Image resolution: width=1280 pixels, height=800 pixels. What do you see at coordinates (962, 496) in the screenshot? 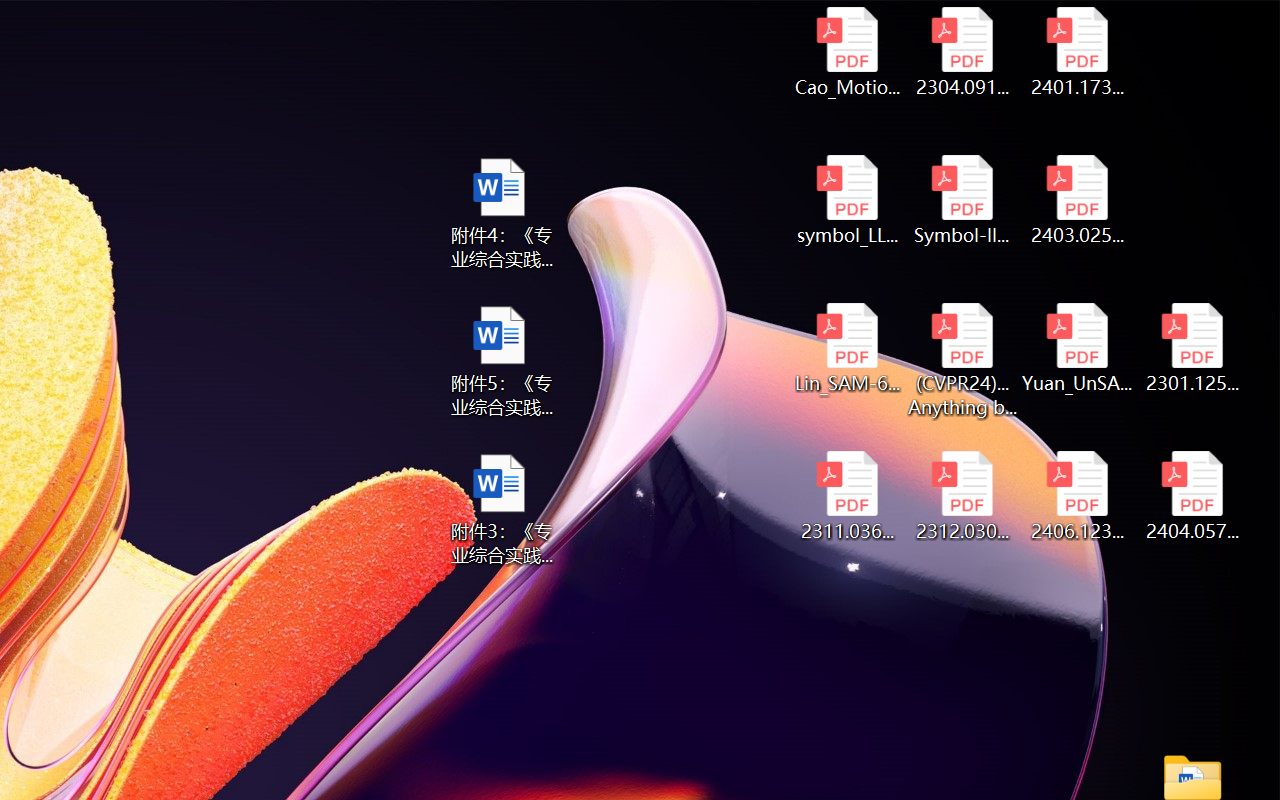
I see `'2312.03032v2.pdf'` at bounding box center [962, 496].